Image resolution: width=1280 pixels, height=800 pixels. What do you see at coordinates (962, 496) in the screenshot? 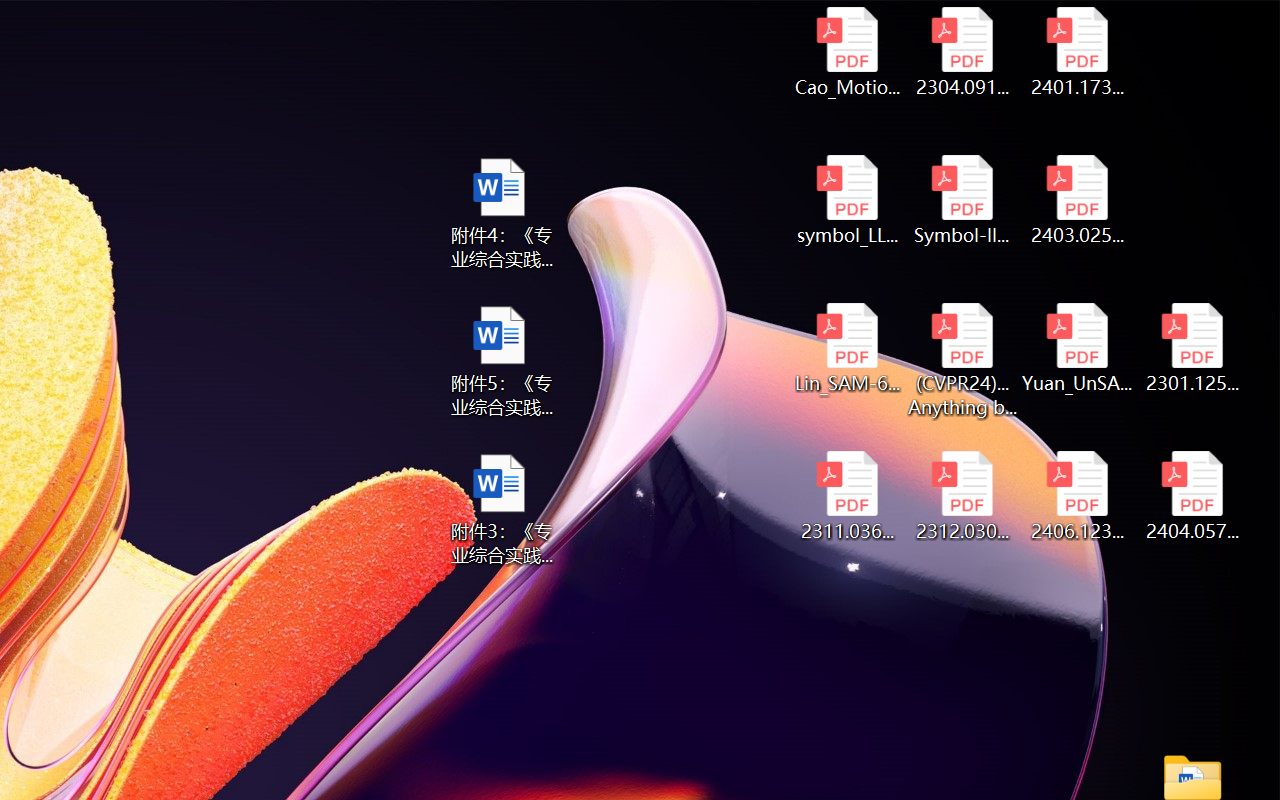
I see `'2312.03032v2.pdf'` at bounding box center [962, 496].